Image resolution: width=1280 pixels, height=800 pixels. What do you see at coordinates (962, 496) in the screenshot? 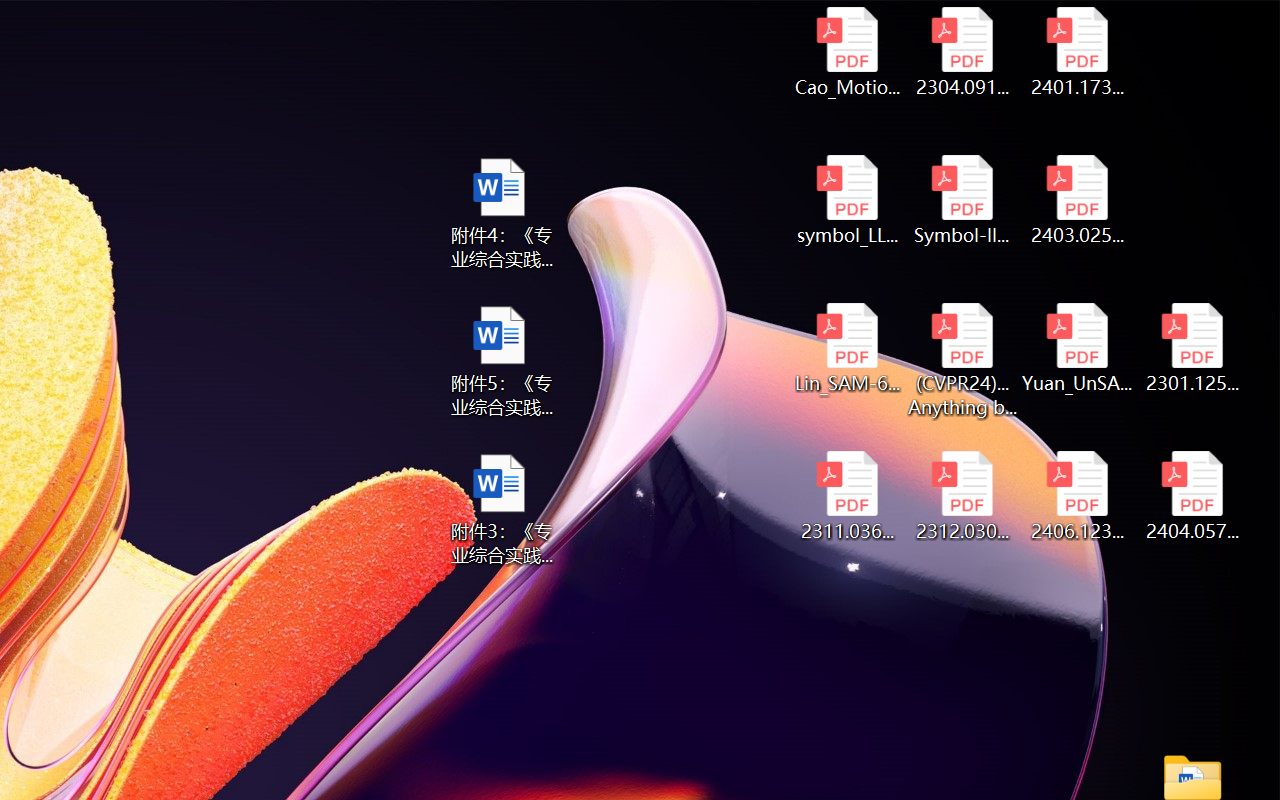
I see `'2312.03032v2.pdf'` at bounding box center [962, 496].